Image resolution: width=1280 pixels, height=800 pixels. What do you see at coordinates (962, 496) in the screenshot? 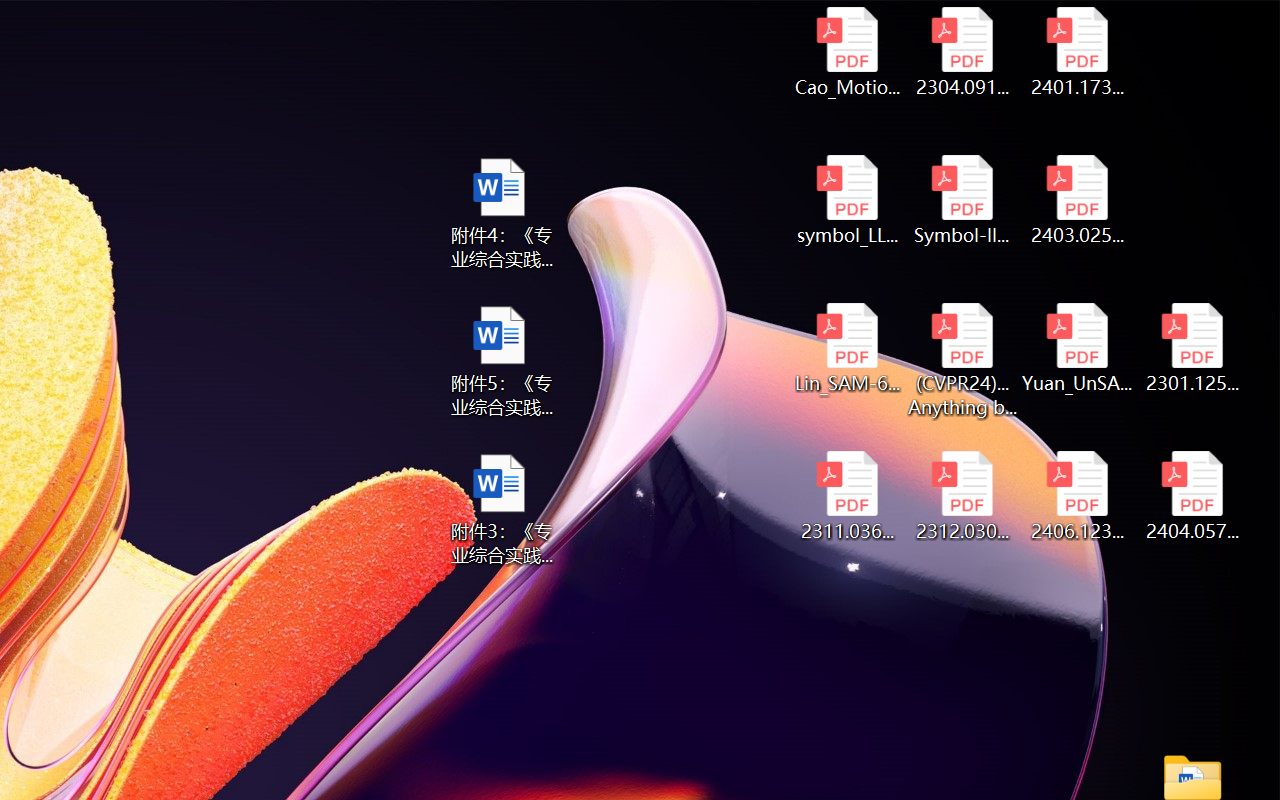
I see `'2312.03032v2.pdf'` at bounding box center [962, 496].